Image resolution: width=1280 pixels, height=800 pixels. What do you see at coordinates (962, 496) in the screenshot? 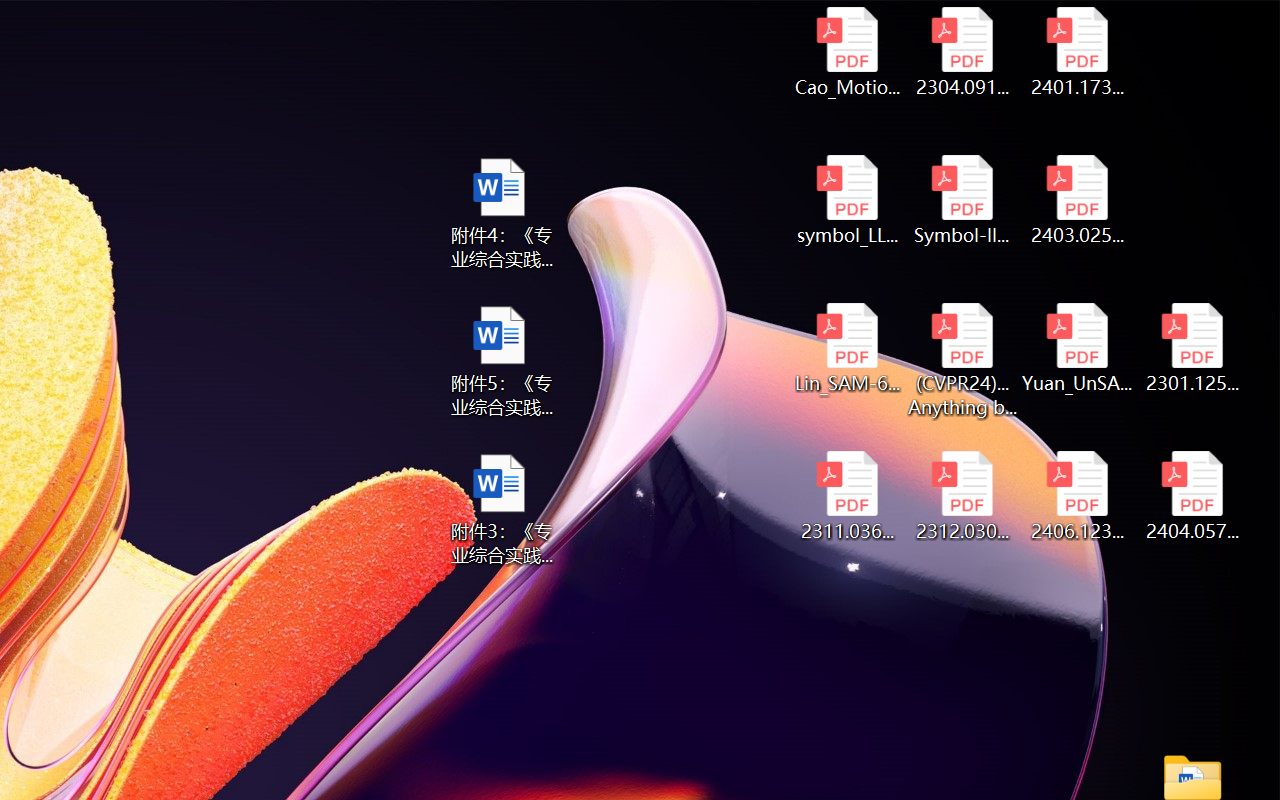
I see `'2312.03032v2.pdf'` at bounding box center [962, 496].